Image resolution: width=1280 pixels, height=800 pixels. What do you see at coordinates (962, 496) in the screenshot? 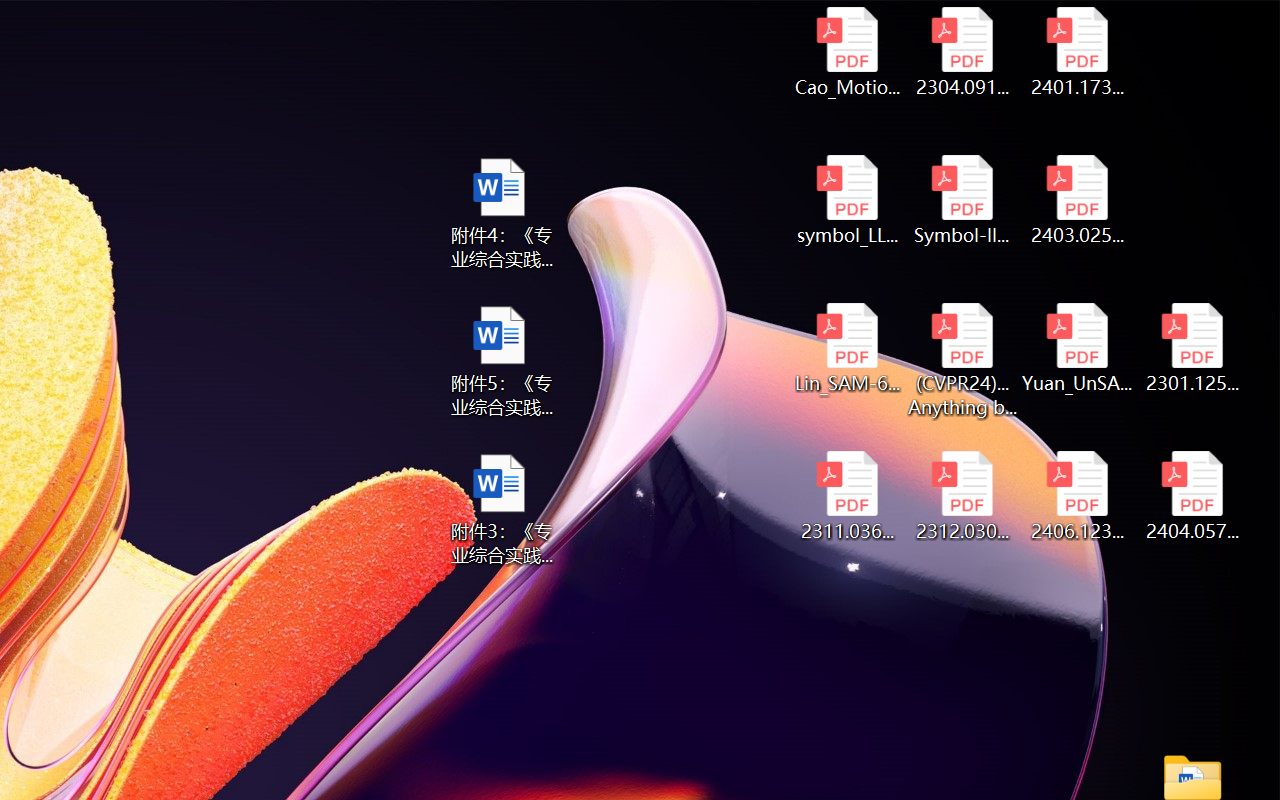
I see `'2312.03032v2.pdf'` at bounding box center [962, 496].